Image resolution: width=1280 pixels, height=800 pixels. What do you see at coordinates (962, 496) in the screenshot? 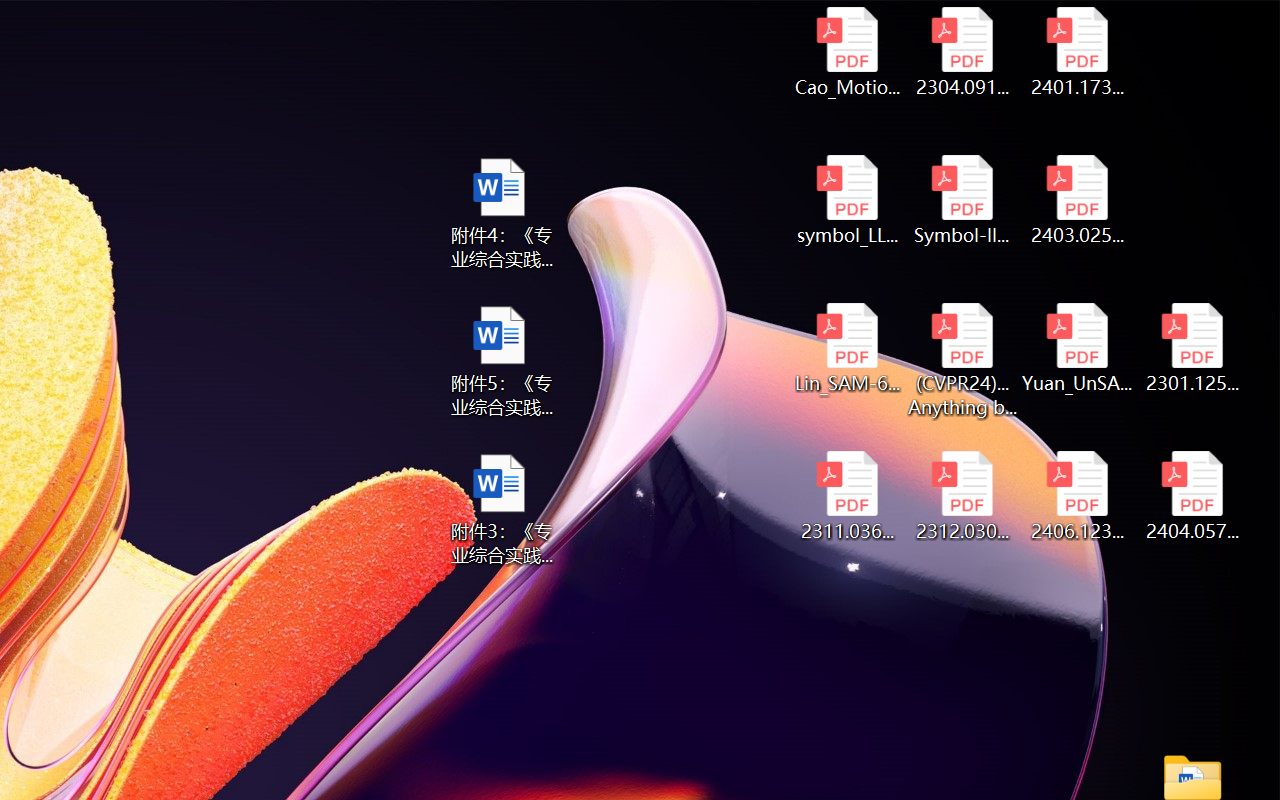
I see `'2312.03032v2.pdf'` at bounding box center [962, 496].